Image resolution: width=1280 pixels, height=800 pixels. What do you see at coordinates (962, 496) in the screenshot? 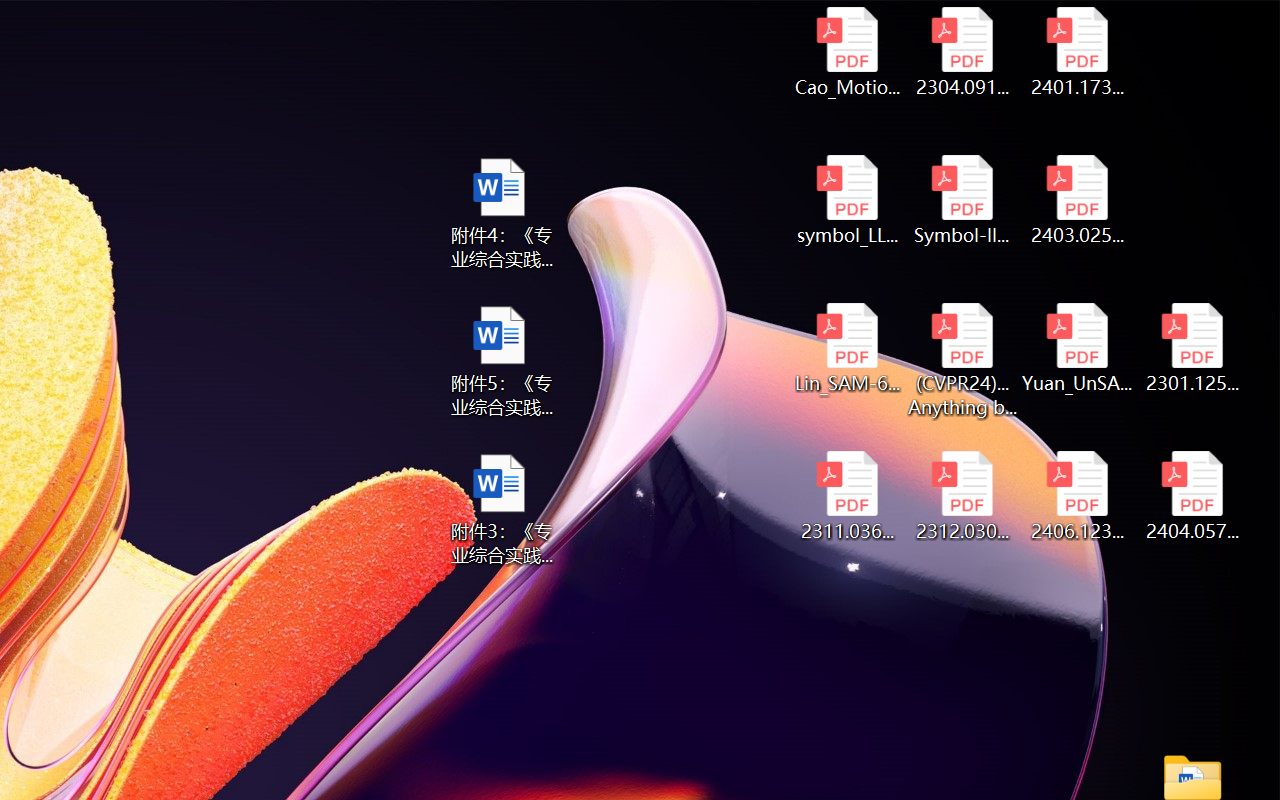
I see `'2312.03032v2.pdf'` at bounding box center [962, 496].